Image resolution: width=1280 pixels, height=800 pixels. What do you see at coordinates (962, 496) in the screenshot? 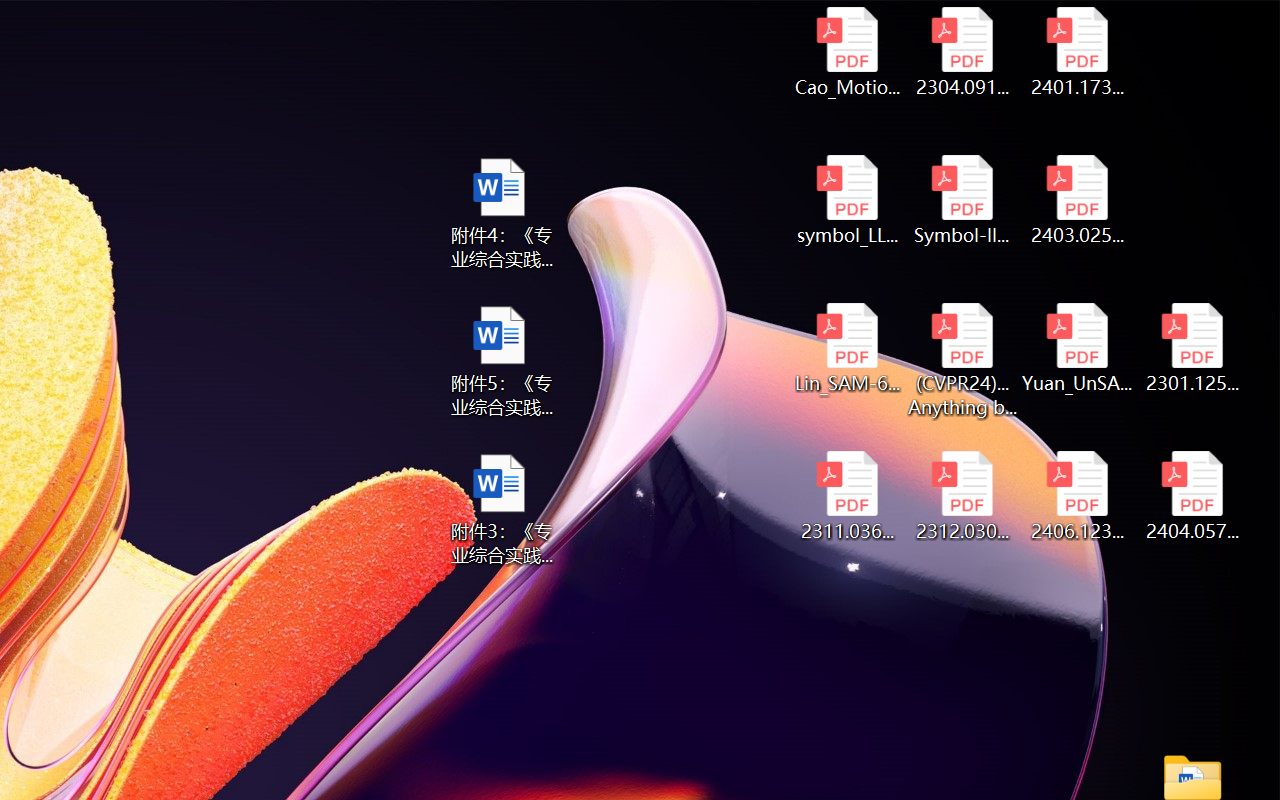
I see `'2312.03032v2.pdf'` at bounding box center [962, 496].